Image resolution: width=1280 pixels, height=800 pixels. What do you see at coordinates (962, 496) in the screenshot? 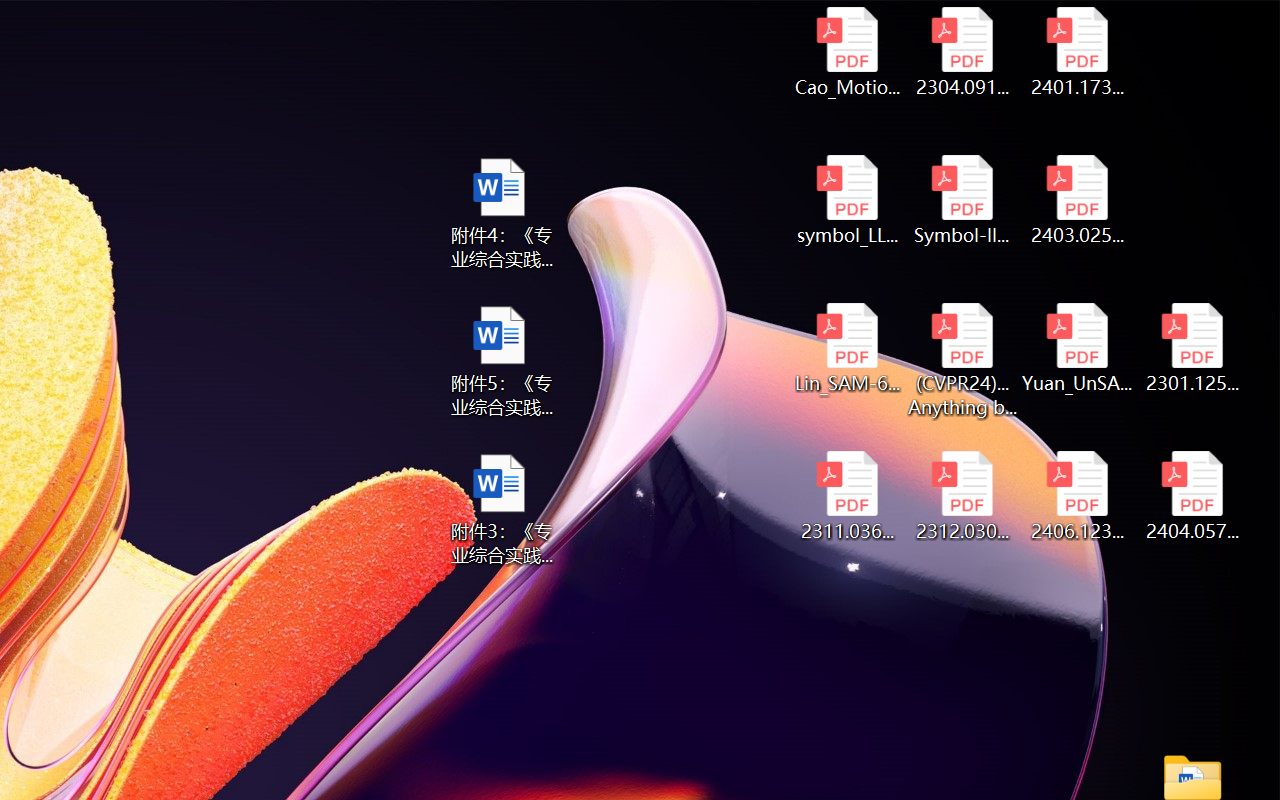
I see `'2312.03032v2.pdf'` at bounding box center [962, 496].